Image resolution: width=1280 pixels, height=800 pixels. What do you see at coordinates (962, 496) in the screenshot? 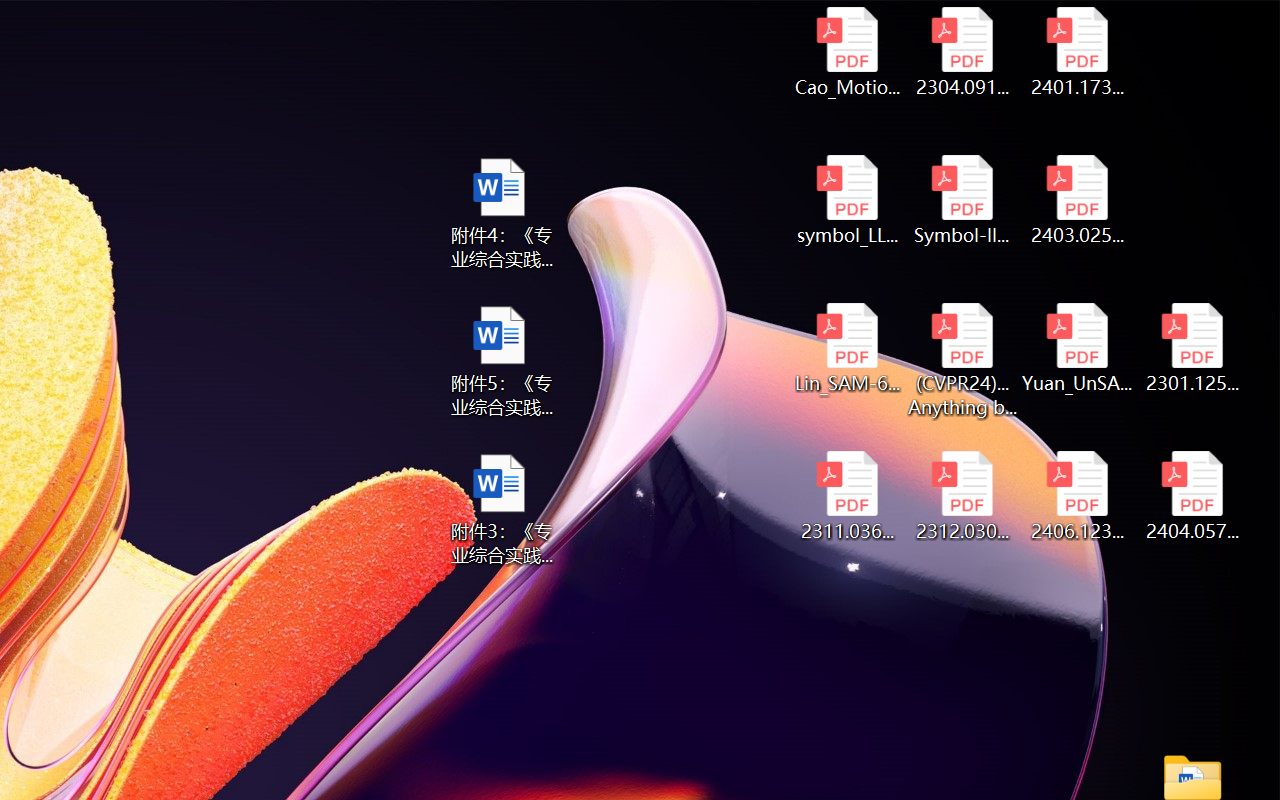
I see `'2312.03032v2.pdf'` at bounding box center [962, 496].